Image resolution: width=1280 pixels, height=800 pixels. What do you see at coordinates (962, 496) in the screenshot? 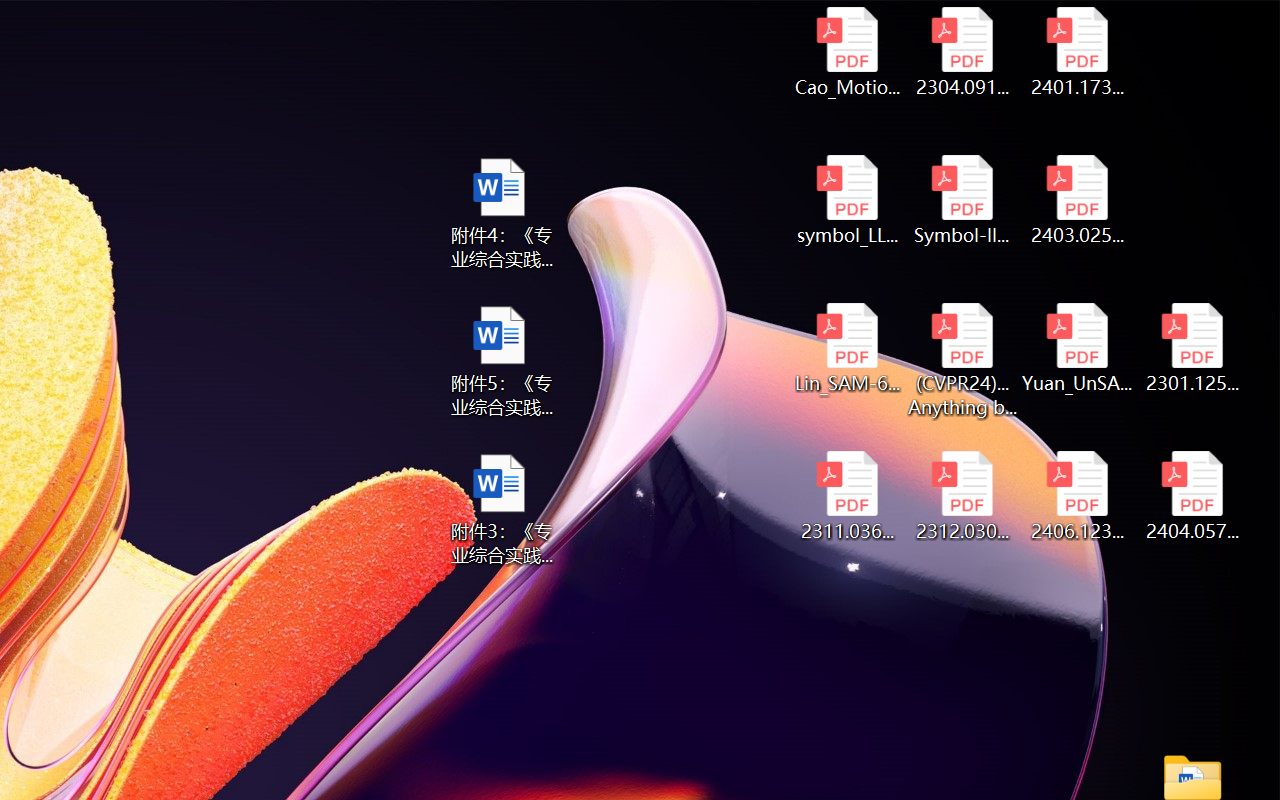
I see `'2312.03032v2.pdf'` at bounding box center [962, 496].